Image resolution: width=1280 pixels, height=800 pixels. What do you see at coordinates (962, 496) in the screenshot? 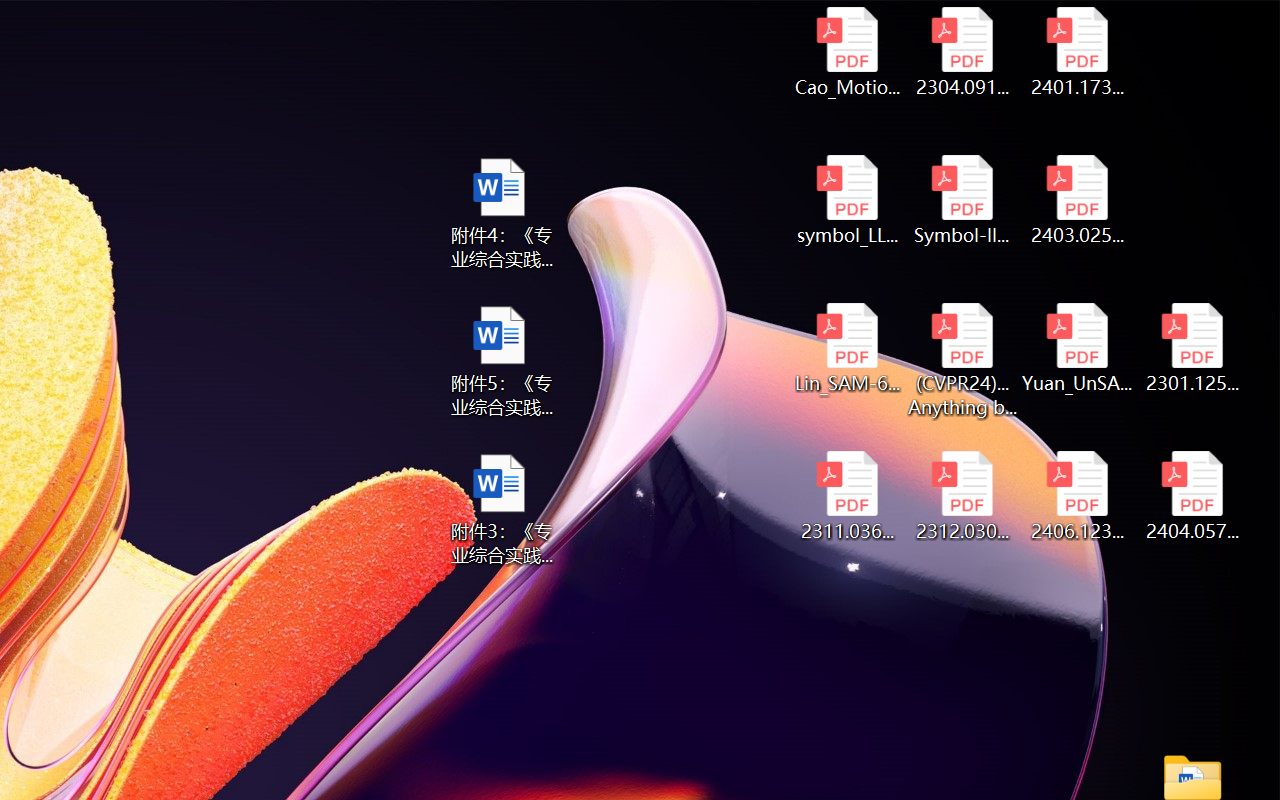
I see `'2312.03032v2.pdf'` at bounding box center [962, 496].